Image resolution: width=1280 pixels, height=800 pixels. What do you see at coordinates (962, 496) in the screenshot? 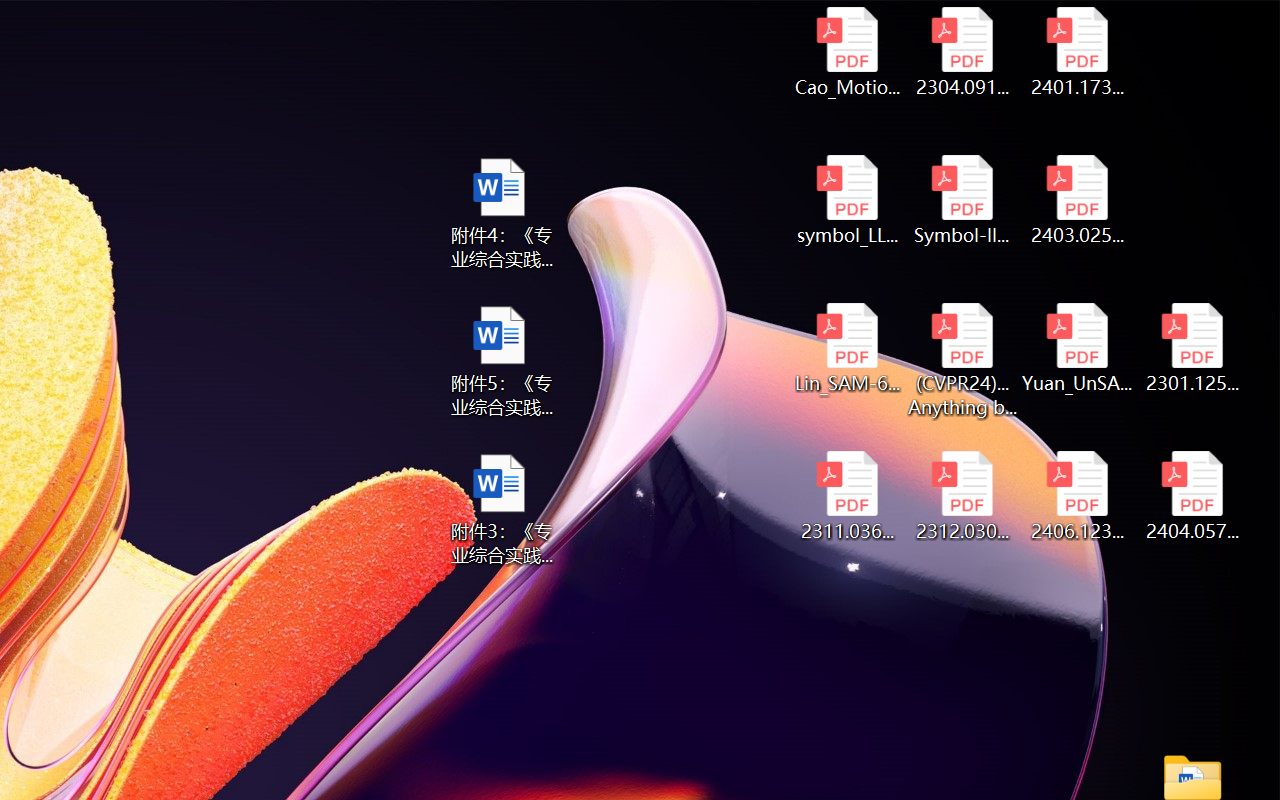
I see `'2312.03032v2.pdf'` at bounding box center [962, 496].